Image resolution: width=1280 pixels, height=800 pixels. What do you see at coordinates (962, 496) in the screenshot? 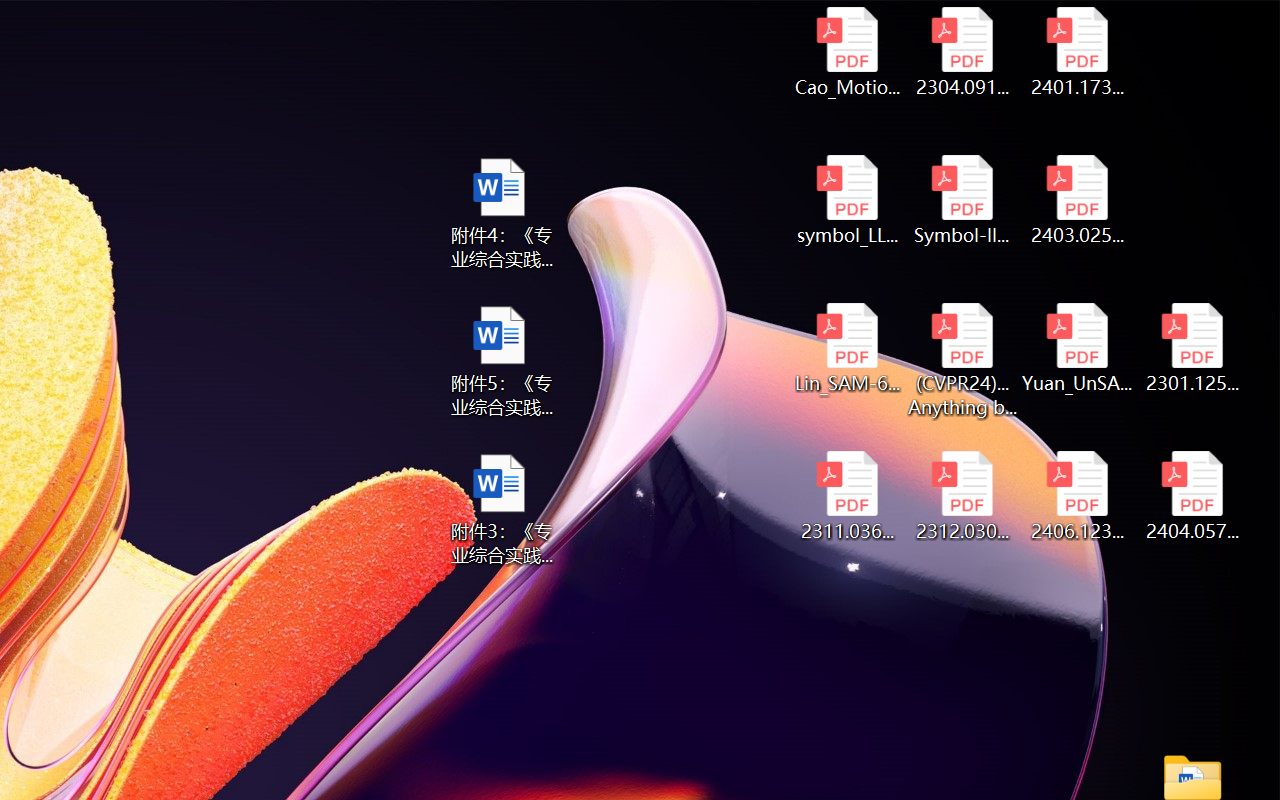
I see `'2312.03032v2.pdf'` at bounding box center [962, 496].